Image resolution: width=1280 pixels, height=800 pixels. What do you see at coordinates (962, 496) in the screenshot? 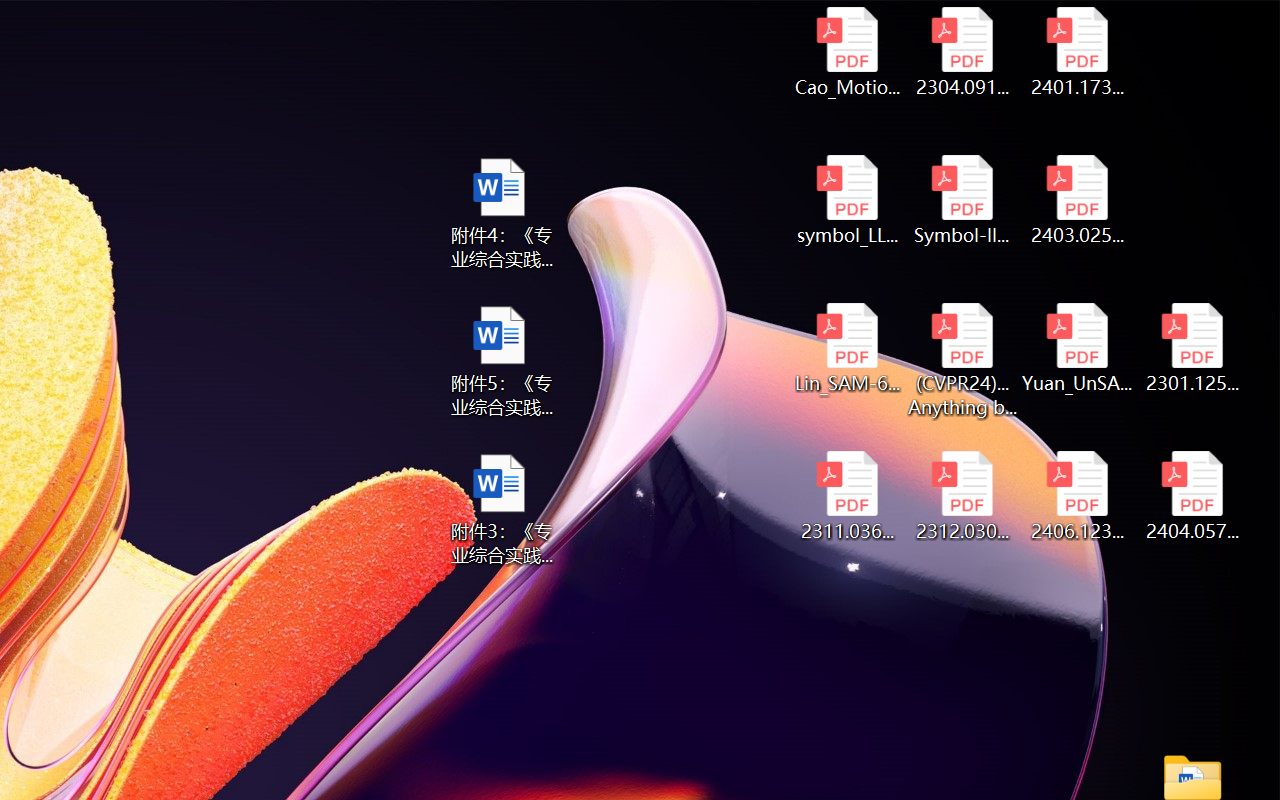
I see `'2312.03032v2.pdf'` at bounding box center [962, 496].